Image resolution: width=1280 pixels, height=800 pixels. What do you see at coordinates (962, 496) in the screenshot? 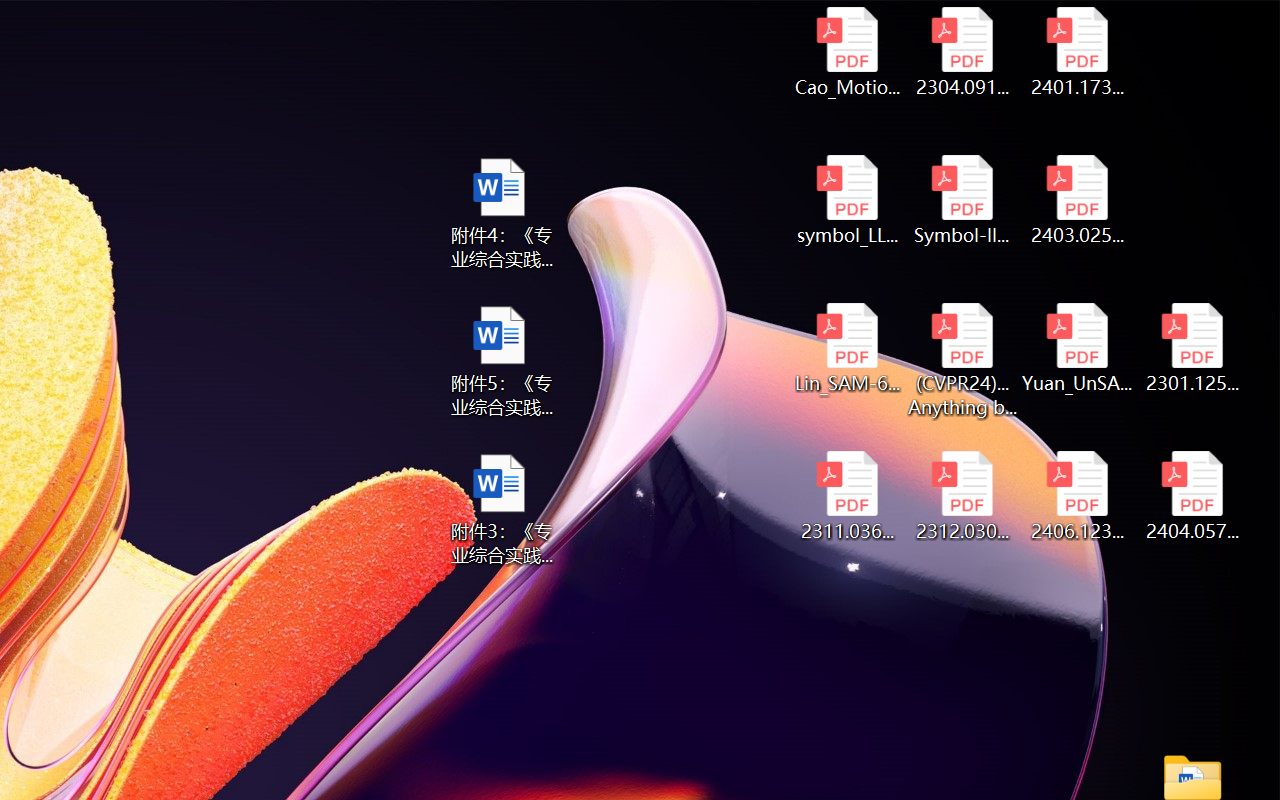
I see `'2312.03032v2.pdf'` at bounding box center [962, 496].